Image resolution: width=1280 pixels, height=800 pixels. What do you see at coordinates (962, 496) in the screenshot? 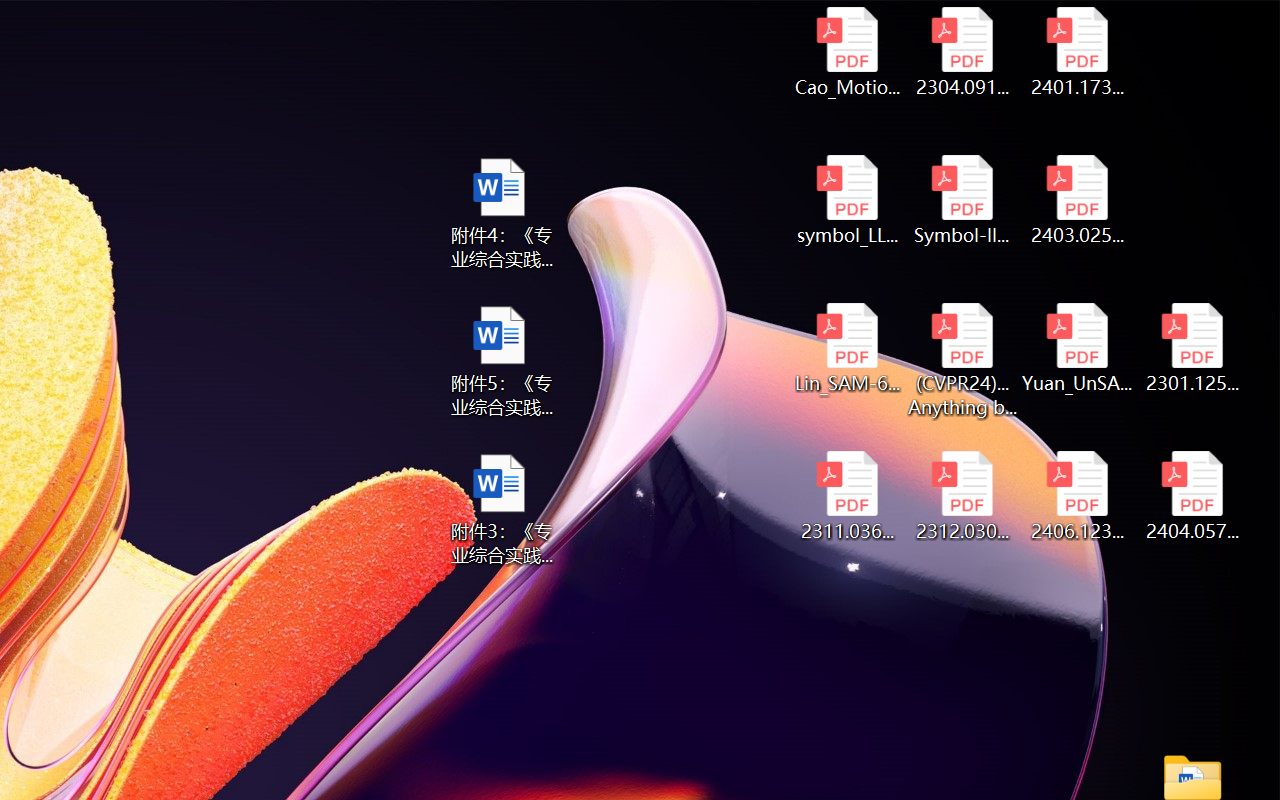
I see `'2312.03032v2.pdf'` at bounding box center [962, 496].